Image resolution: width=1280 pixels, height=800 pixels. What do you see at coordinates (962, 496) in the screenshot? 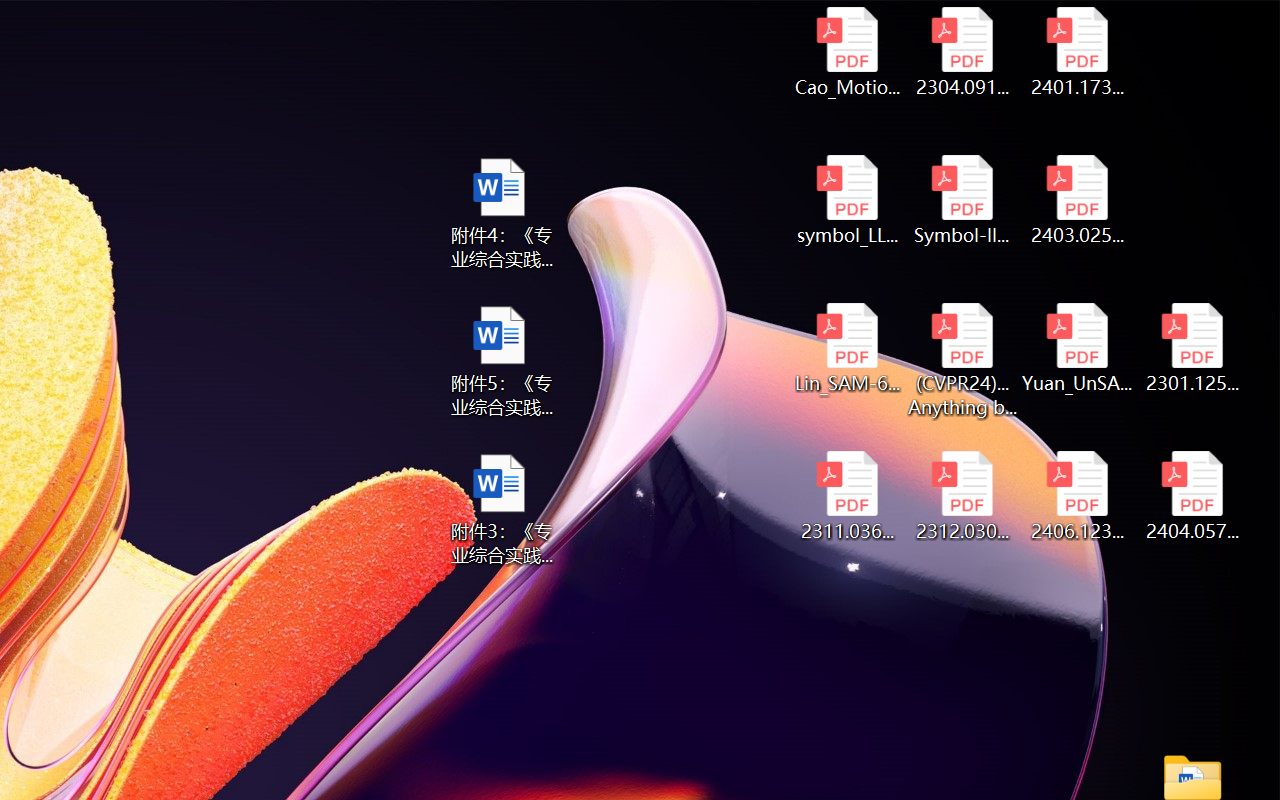
I see `'2312.03032v2.pdf'` at bounding box center [962, 496].